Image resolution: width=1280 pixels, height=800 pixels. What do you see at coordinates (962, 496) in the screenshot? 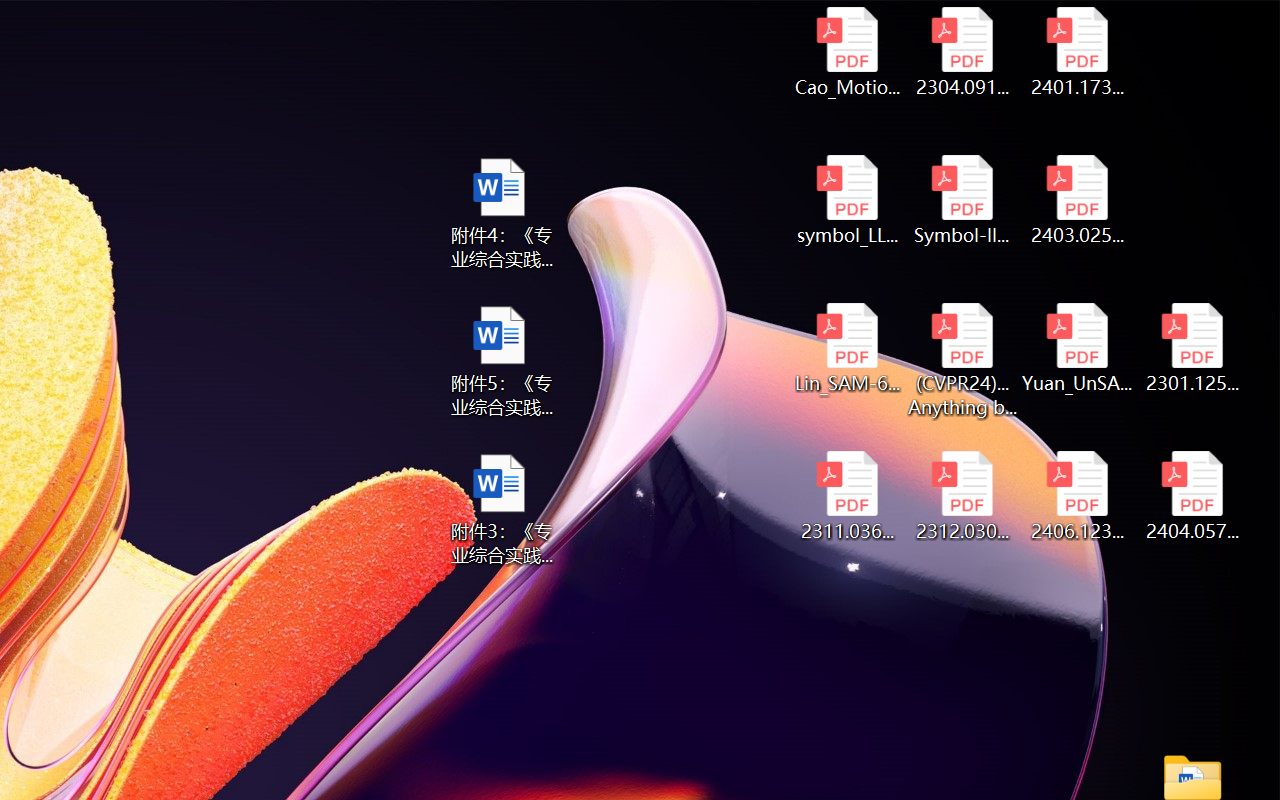
I see `'2312.03032v2.pdf'` at bounding box center [962, 496].